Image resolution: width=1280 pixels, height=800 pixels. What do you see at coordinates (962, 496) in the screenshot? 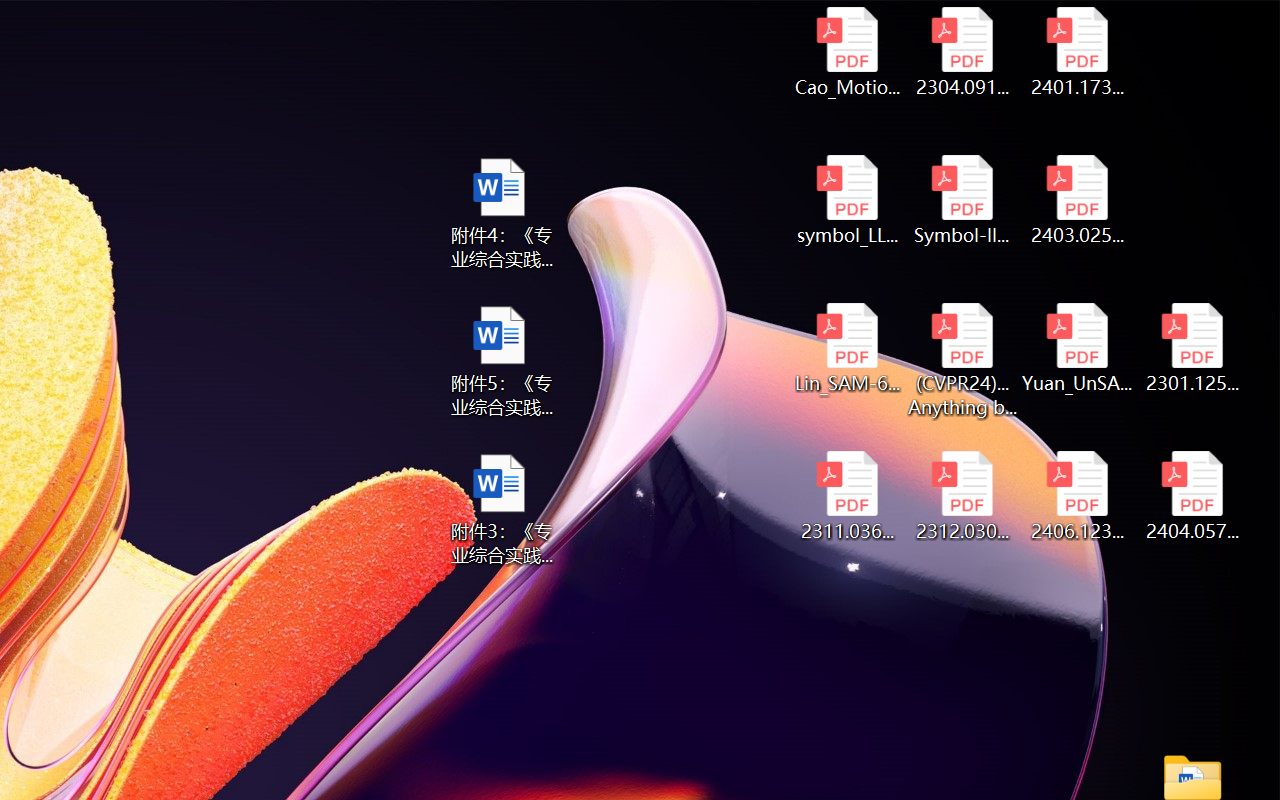
I see `'2312.03032v2.pdf'` at bounding box center [962, 496].